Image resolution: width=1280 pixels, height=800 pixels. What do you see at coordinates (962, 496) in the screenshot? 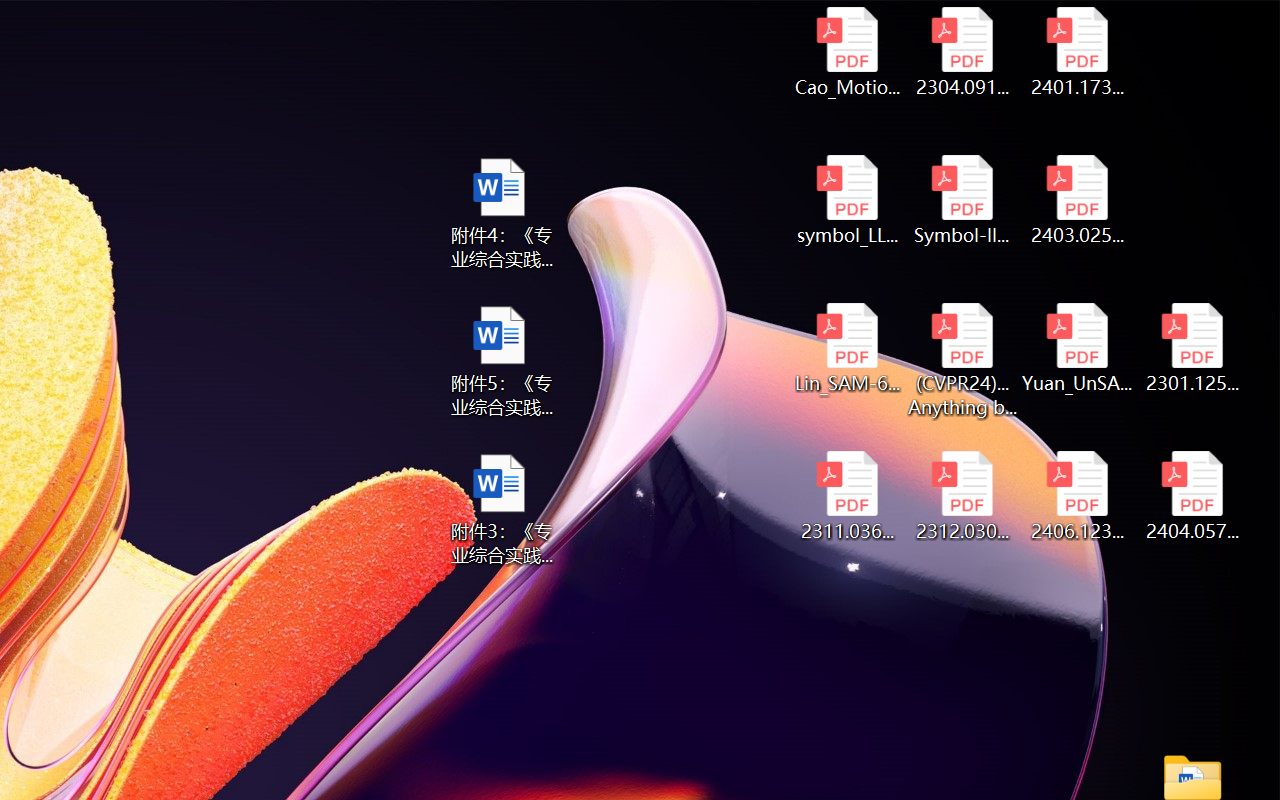
I see `'2312.03032v2.pdf'` at bounding box center [962, 496].